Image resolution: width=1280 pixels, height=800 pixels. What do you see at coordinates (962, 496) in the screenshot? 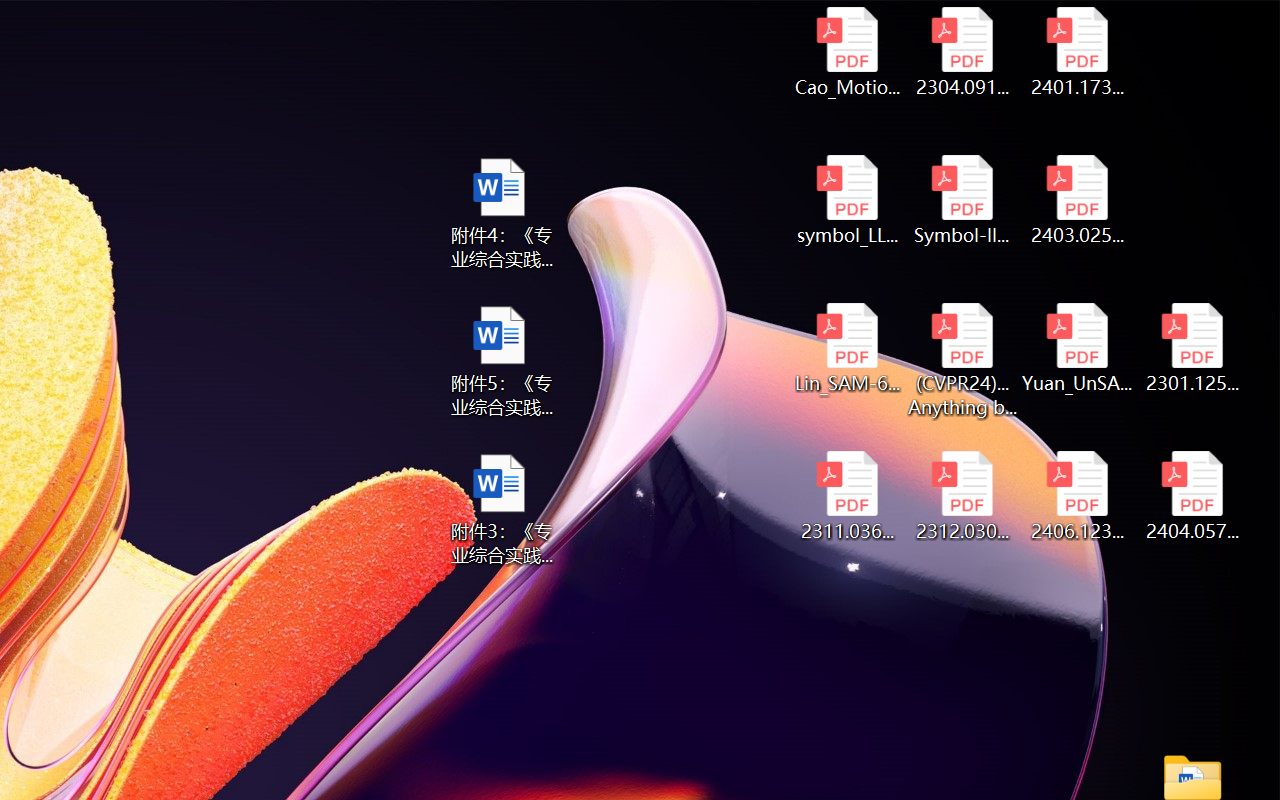
I see `'2312.03032v2.pdf'` at bounding box center [962, 496].